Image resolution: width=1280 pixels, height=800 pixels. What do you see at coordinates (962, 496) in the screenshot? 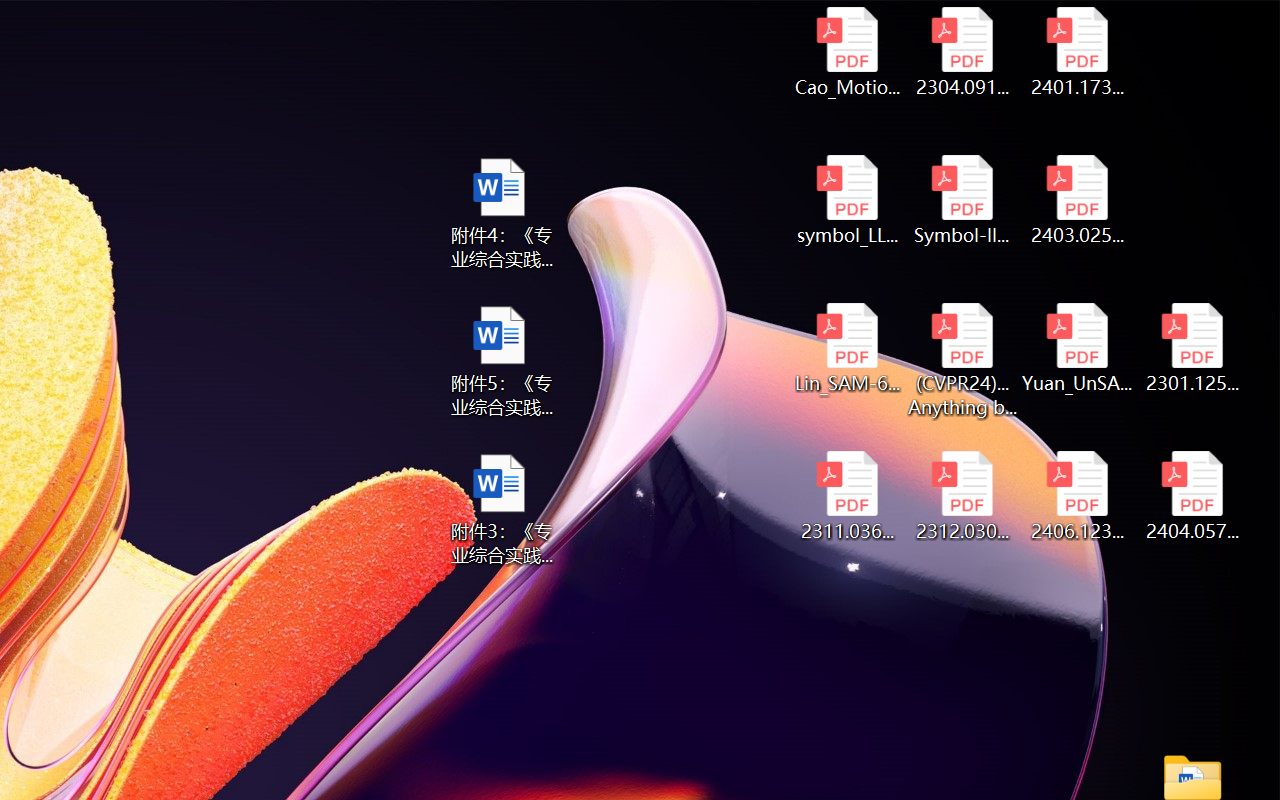
I see `'2312.03032v2.pdf'` at bounding box center [962, 496].